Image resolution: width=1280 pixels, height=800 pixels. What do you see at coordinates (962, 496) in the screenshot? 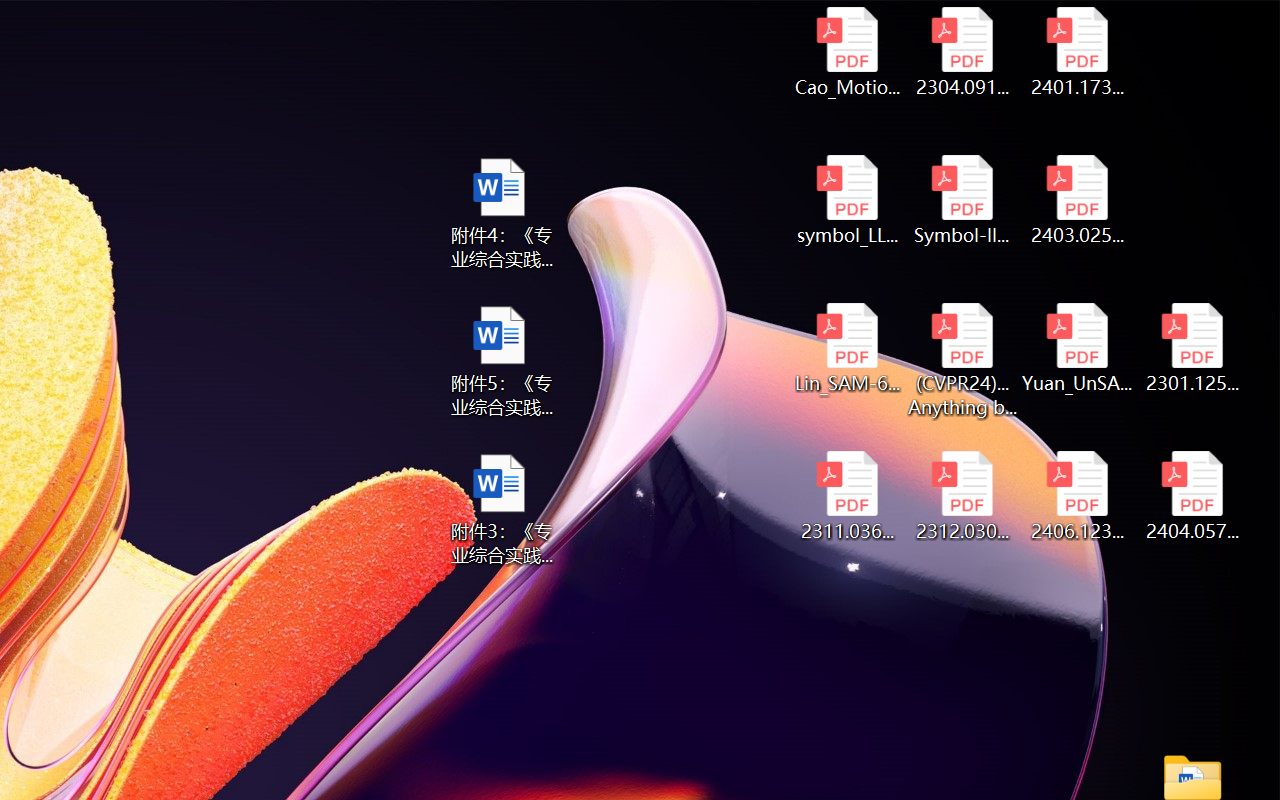
I see `'2312.03032v2.pdf'` at bounding box center [962, 496].